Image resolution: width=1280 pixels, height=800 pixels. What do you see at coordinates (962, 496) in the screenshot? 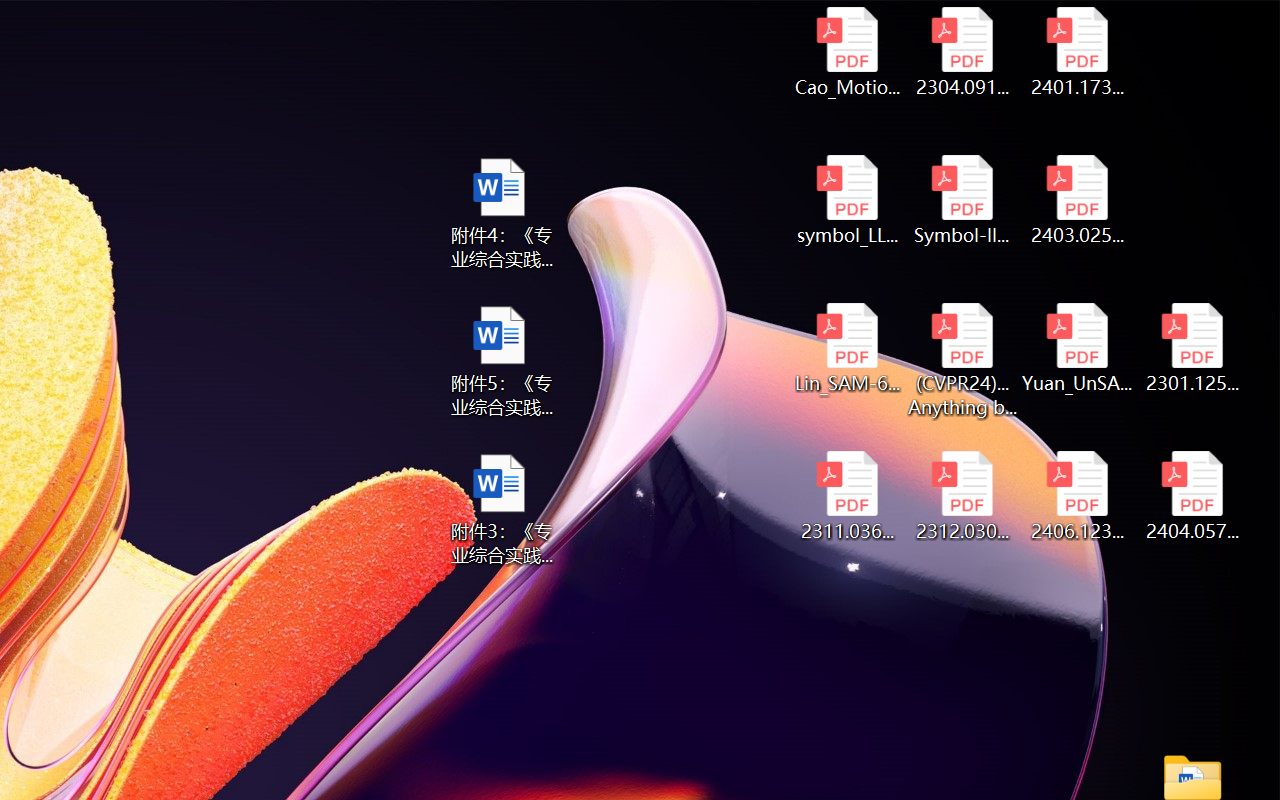
I see `'2312.03032v2.pdf'` at bounding box center [962, 496].